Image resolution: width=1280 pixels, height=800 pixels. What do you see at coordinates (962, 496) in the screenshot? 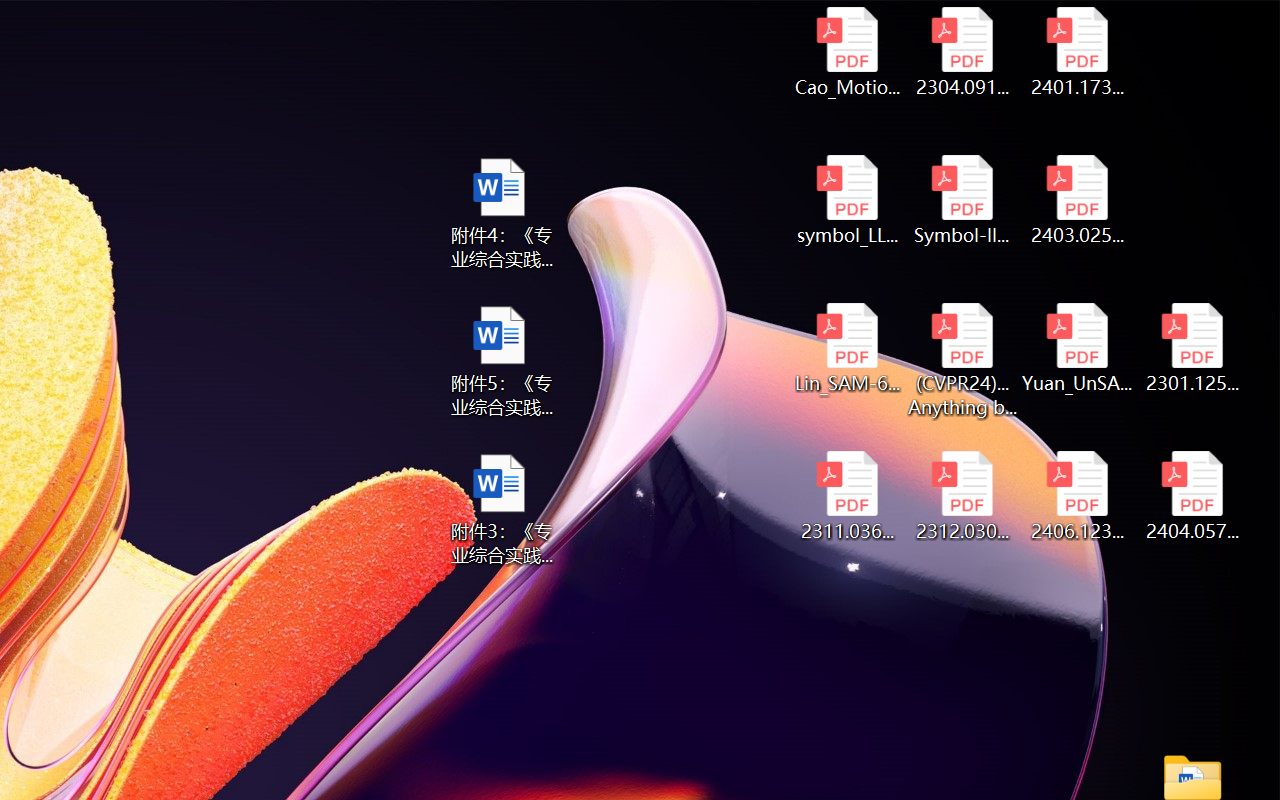
I see `'2312.03032v2.pdf'` at bounding box center [962, 496].